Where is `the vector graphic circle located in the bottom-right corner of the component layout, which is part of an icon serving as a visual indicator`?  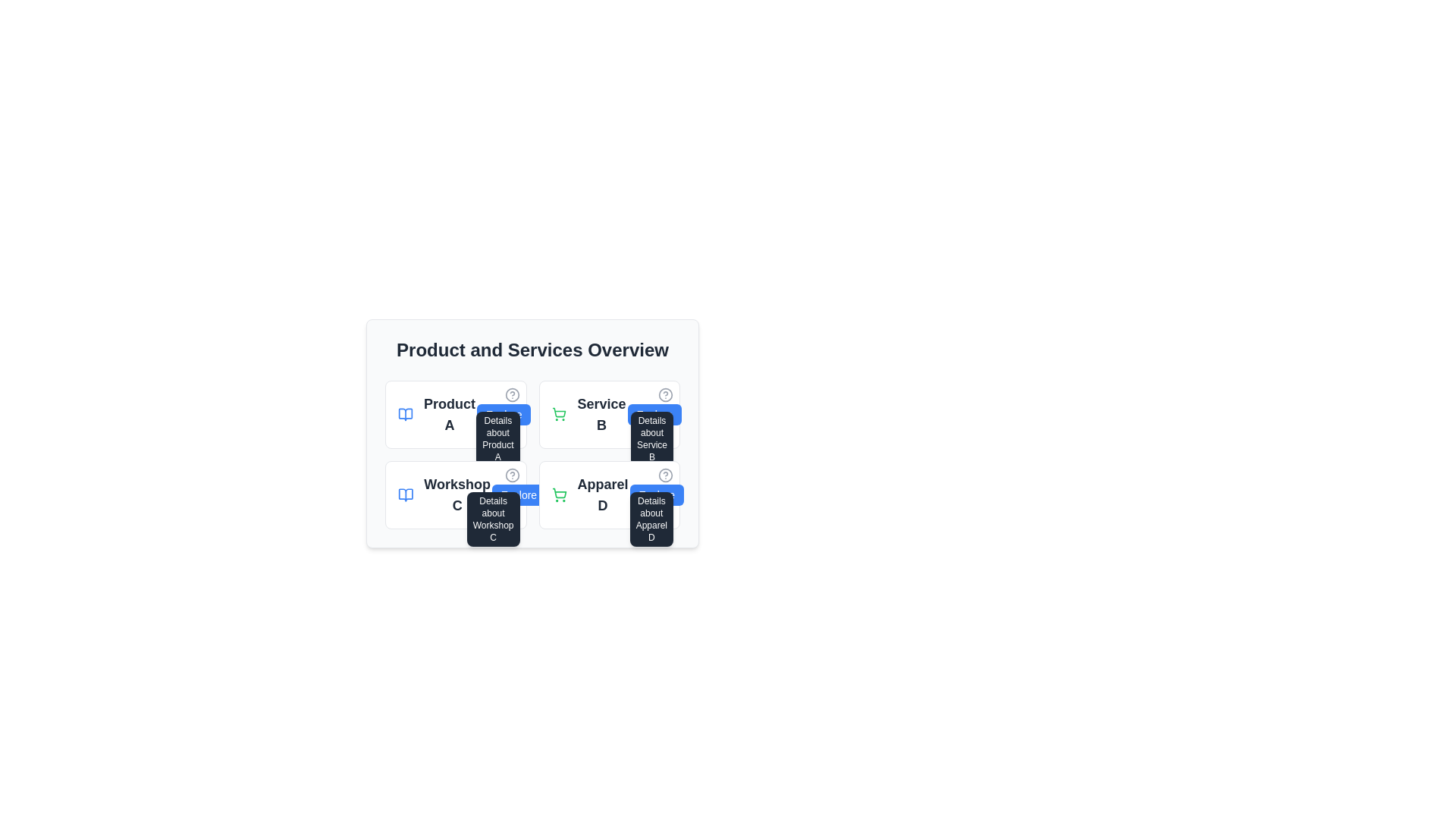
the vector graphic circle located in the bottom-right corner of the component layout, which is part of an icon serving as a visual indicator is located at coordinates (666, 475).